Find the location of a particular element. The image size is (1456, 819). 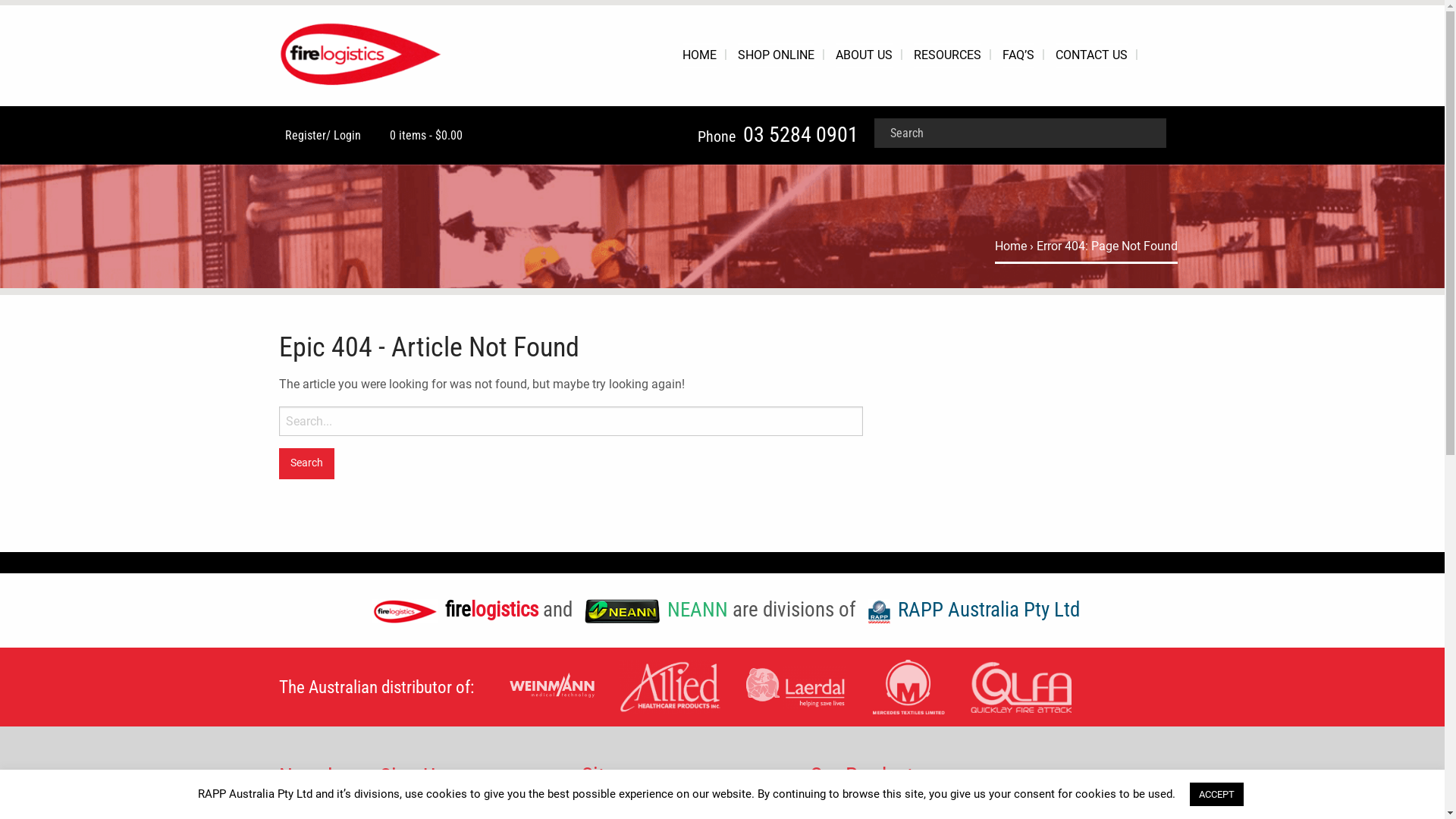

'Home' is located at coordinates (1011, 245).